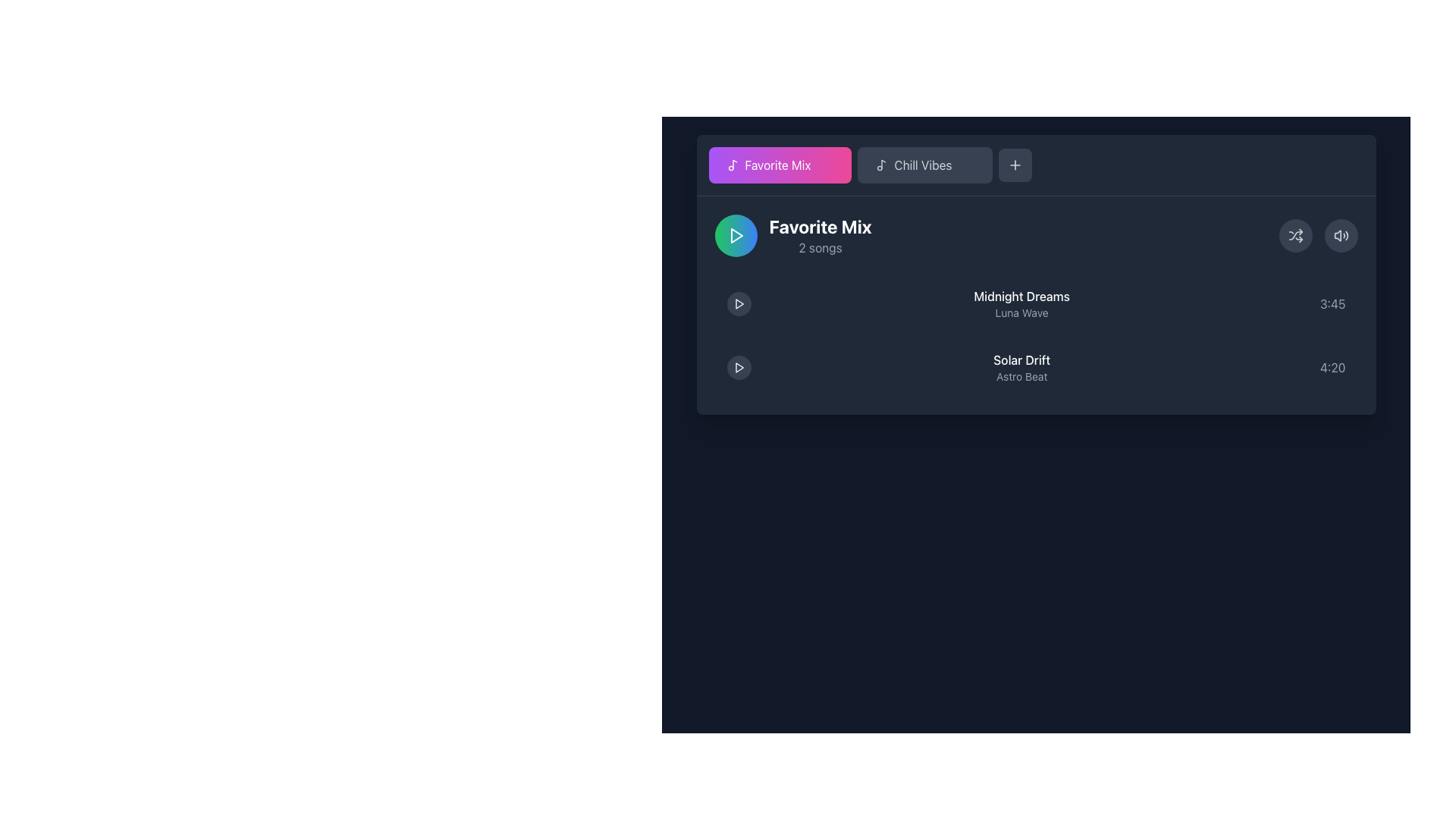 The image size is (1456, 819). Describe the element at coordinates (739, 304) in the screenshot. I see `the circular play button with a dark gray background and a white triangular play icon located in the song entry 'Midnight Dreams - Luna Wave'` at that location.